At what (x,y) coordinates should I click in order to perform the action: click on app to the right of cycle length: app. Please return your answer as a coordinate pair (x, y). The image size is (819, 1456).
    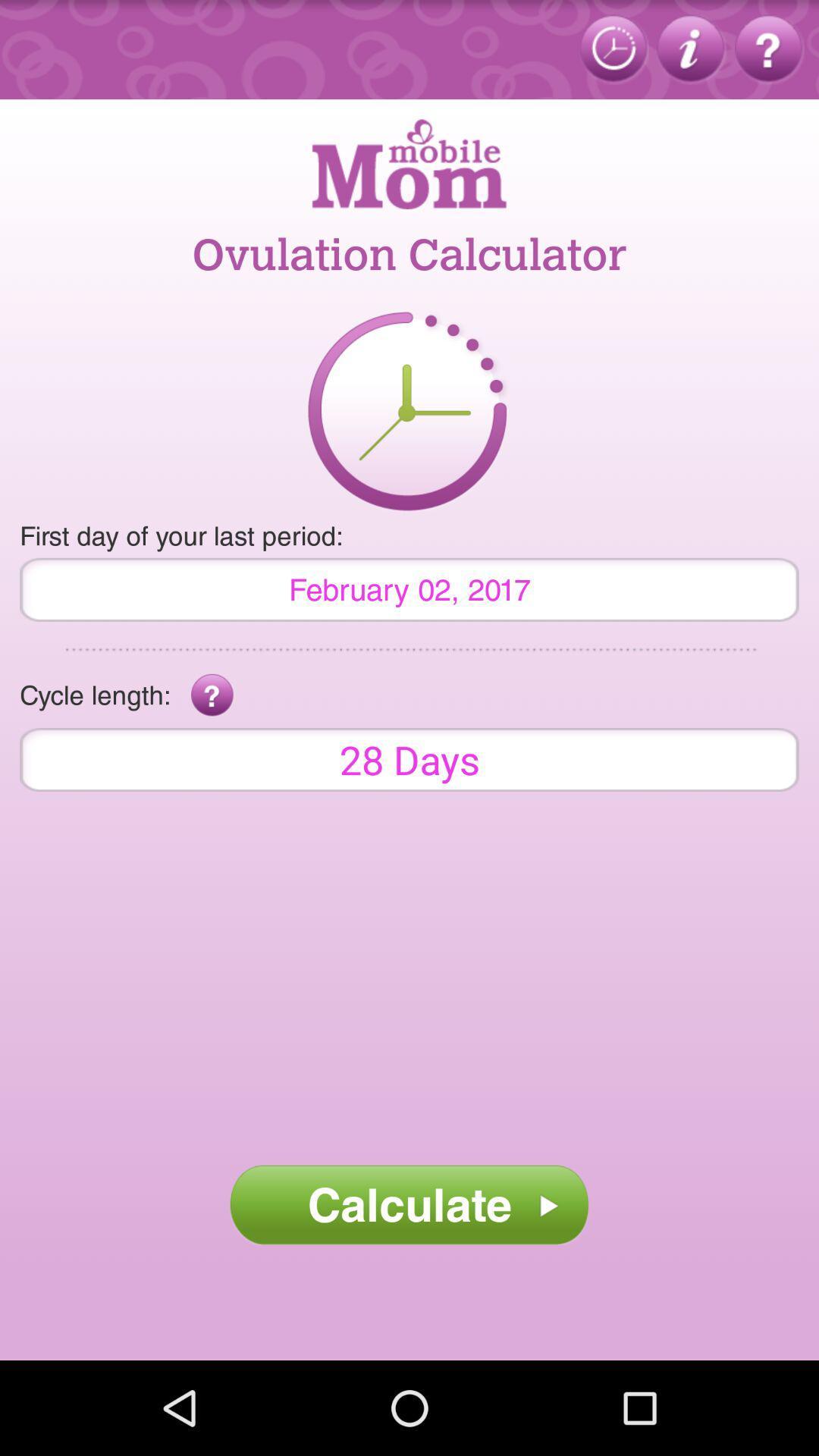
    Looking at the image, I should click on (212, 695).